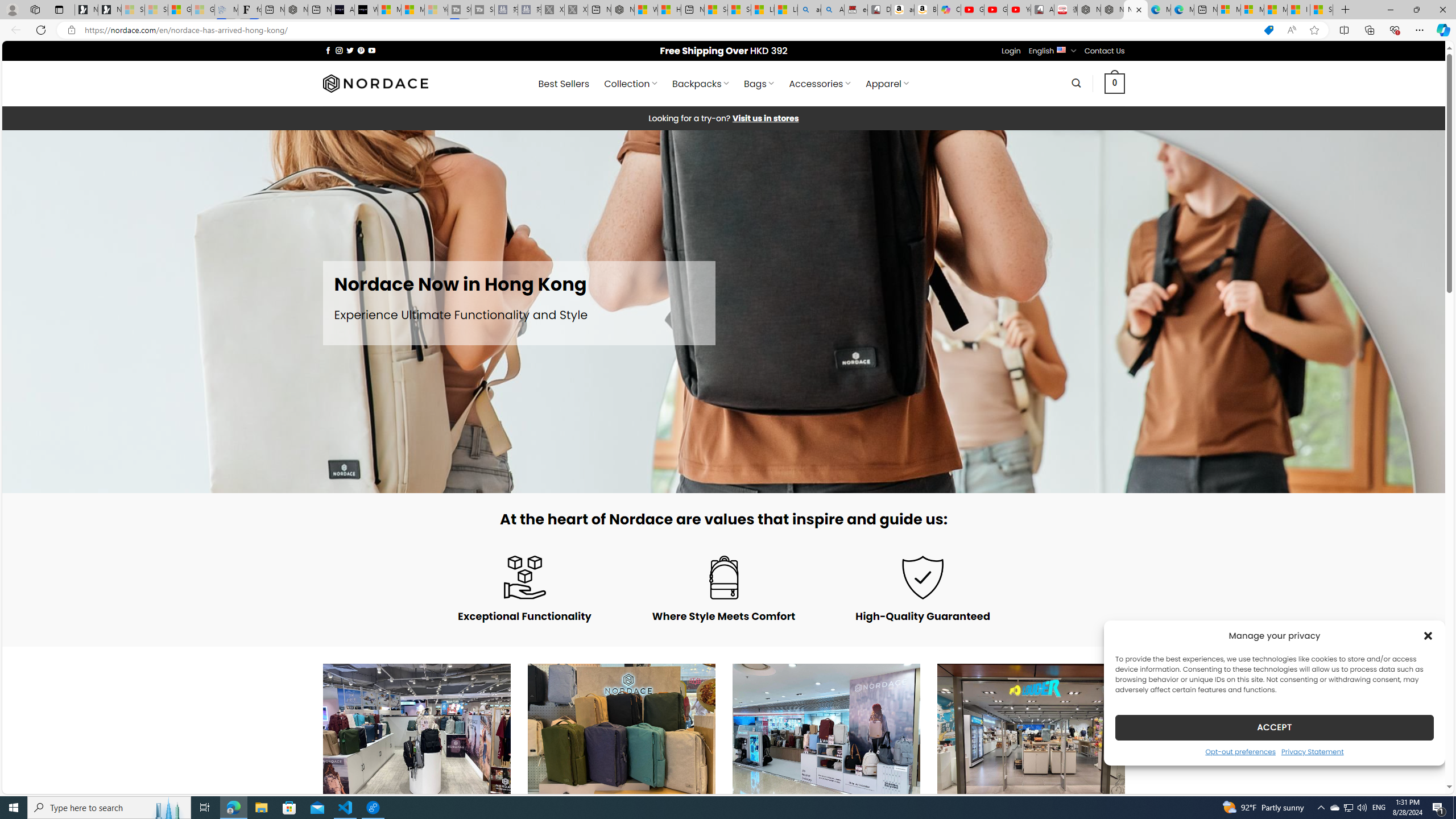 The image size is (1456, 819). I want to click on 'Follow on YouTube', so click(371, 50).